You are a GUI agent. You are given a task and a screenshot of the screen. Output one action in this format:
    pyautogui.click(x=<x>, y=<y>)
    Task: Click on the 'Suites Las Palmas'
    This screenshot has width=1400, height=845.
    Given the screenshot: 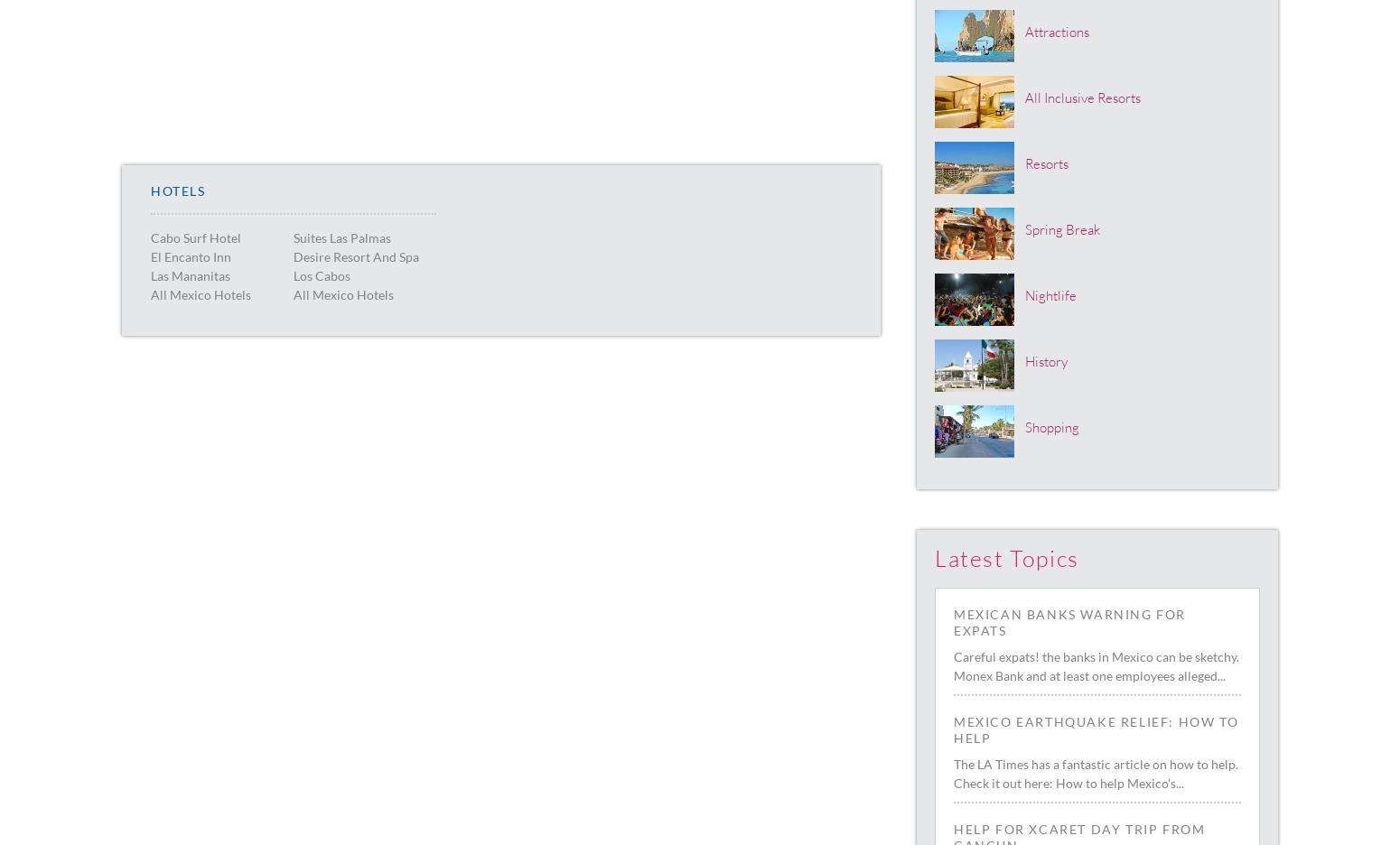 What is the action you would take?
    pyautogui.click(x=341, y=236)
    